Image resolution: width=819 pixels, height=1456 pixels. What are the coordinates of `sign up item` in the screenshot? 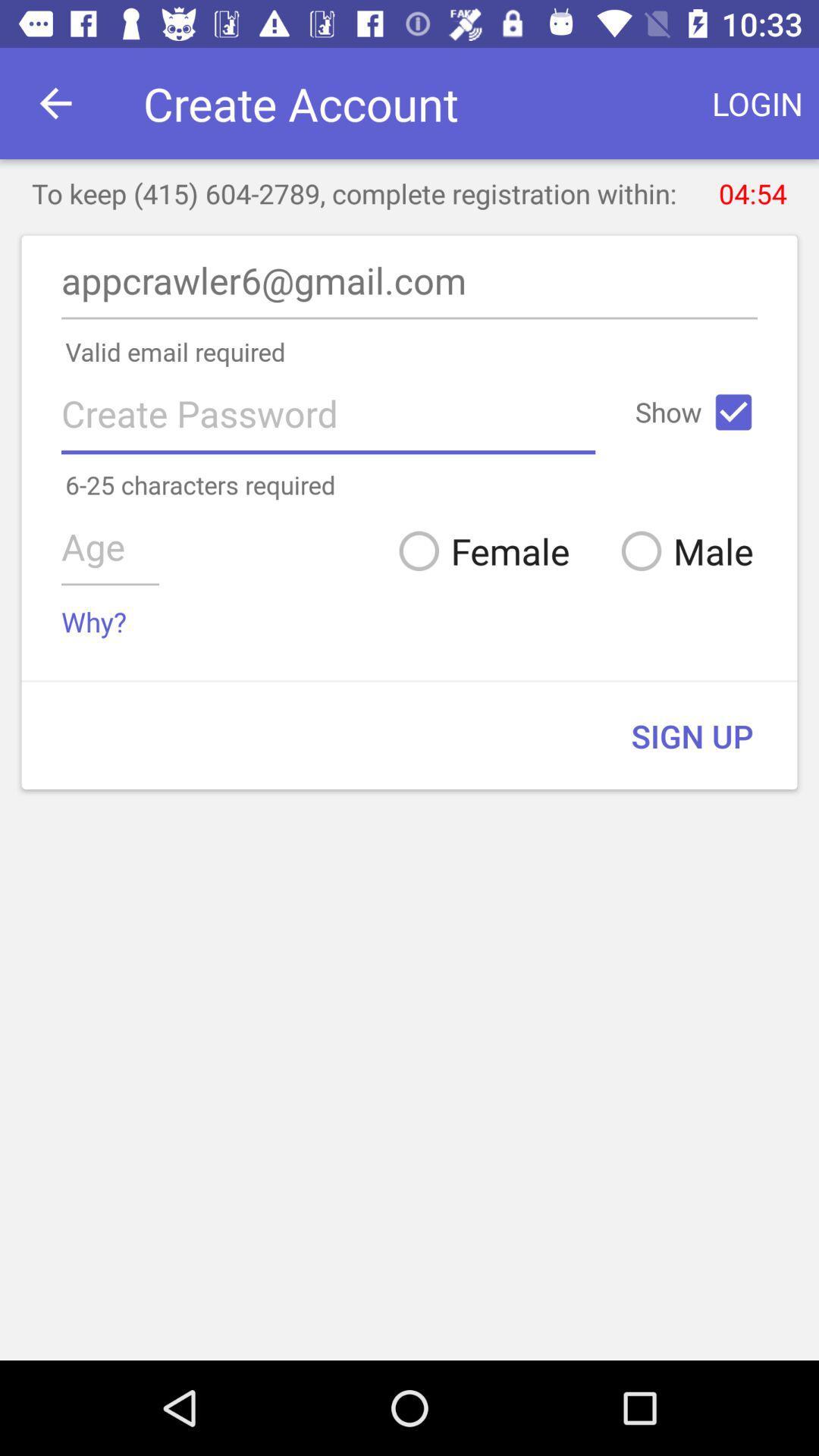 It's located at (692, 736).